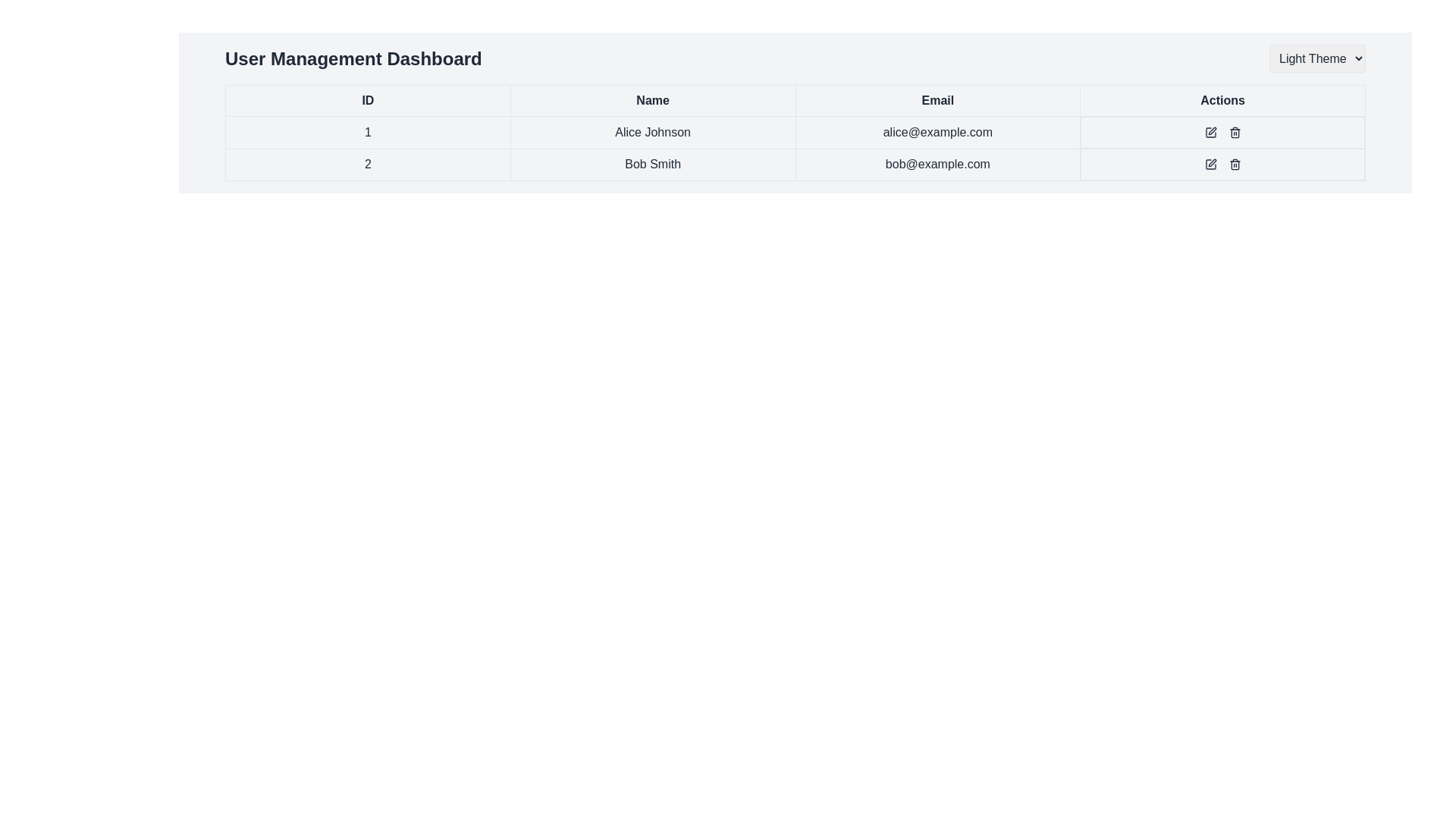 This screenshot has height=819, width=1456. Describe the element at coordinates (1211, 130) in the screenshot. I see `the edit action icon in the first row under the 'Actions' column, which is aligned with the user 'Alice Johnson' and positioned to the left of the trash bin icon` at that location.